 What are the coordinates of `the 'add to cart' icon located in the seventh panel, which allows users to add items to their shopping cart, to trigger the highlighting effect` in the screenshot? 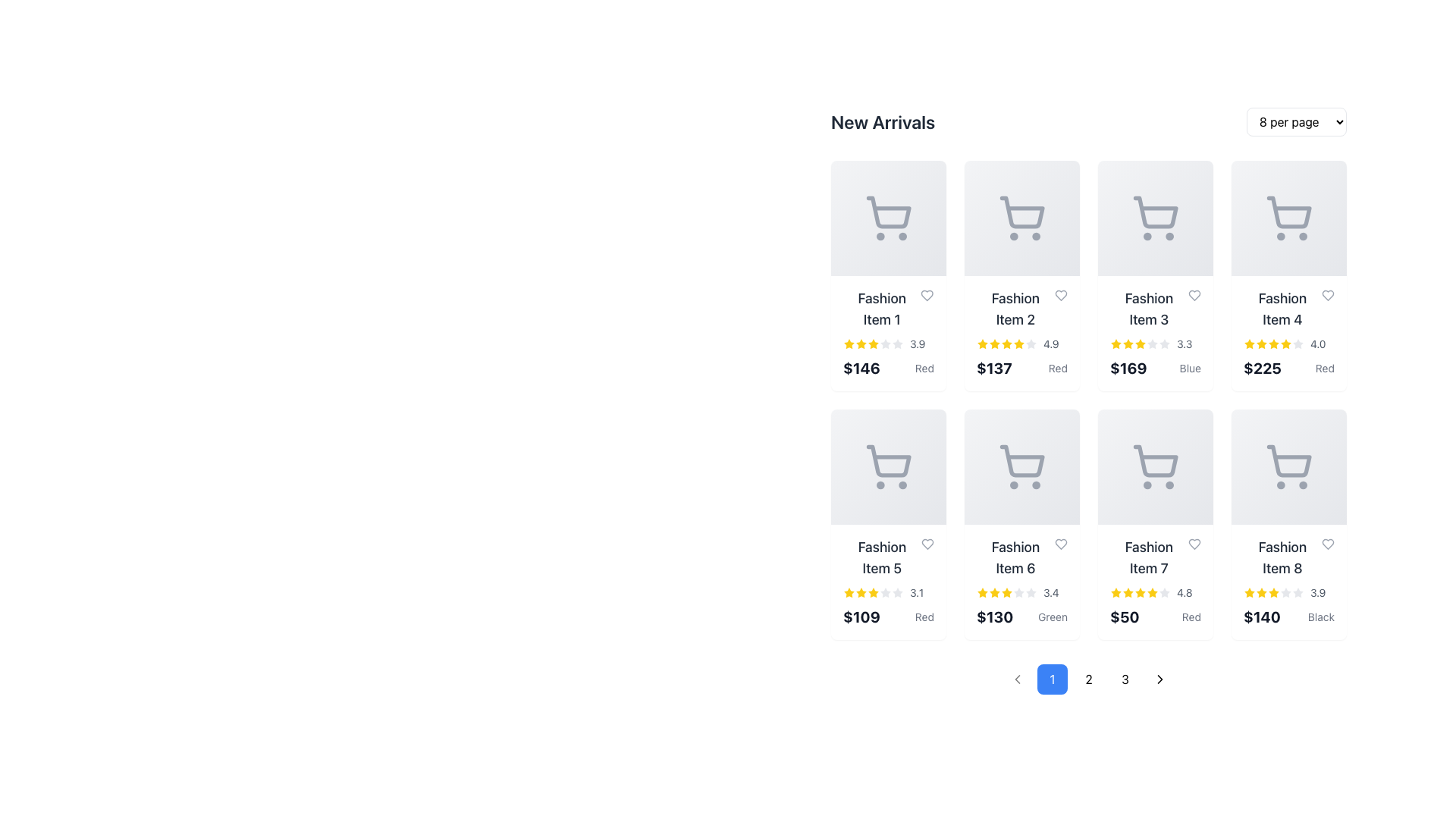 It's located at (1154, 466).